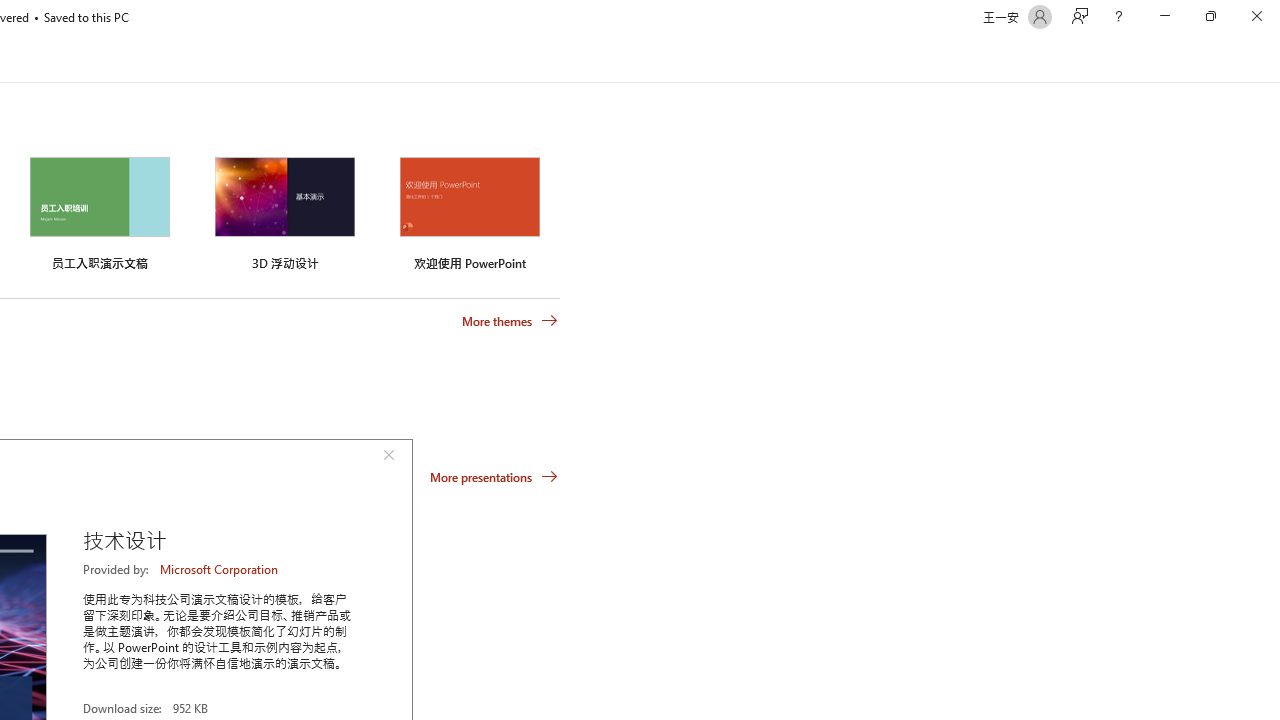 This screenshot has width=1280, height=720. I want to click on 'More presentations', so click(494, 477).